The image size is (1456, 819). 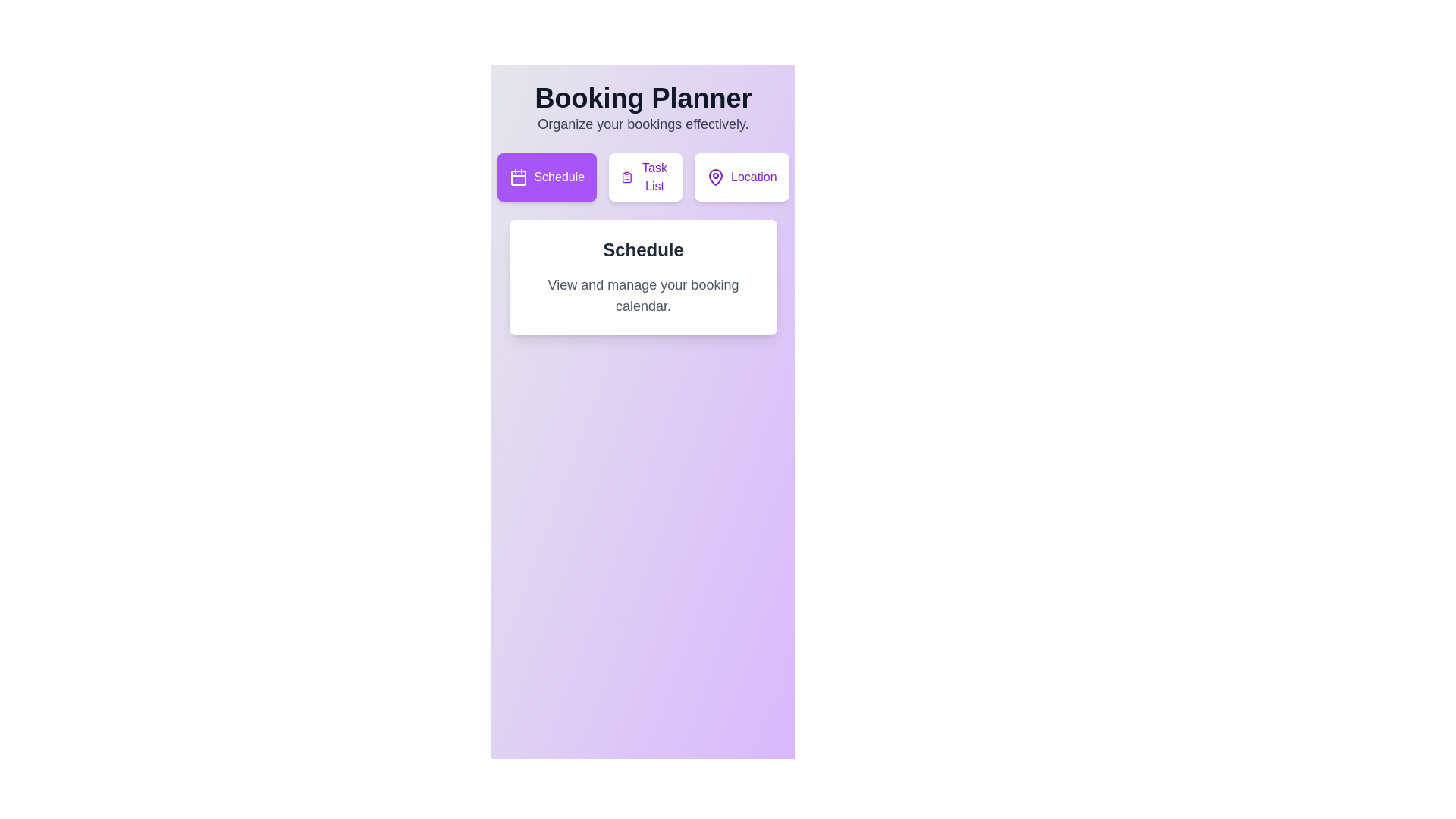 What do you see at coordinates (645, 177) in the screenshot?
I see `the Task List tab by clicking its navigation button` at bounding box center [645, 177].